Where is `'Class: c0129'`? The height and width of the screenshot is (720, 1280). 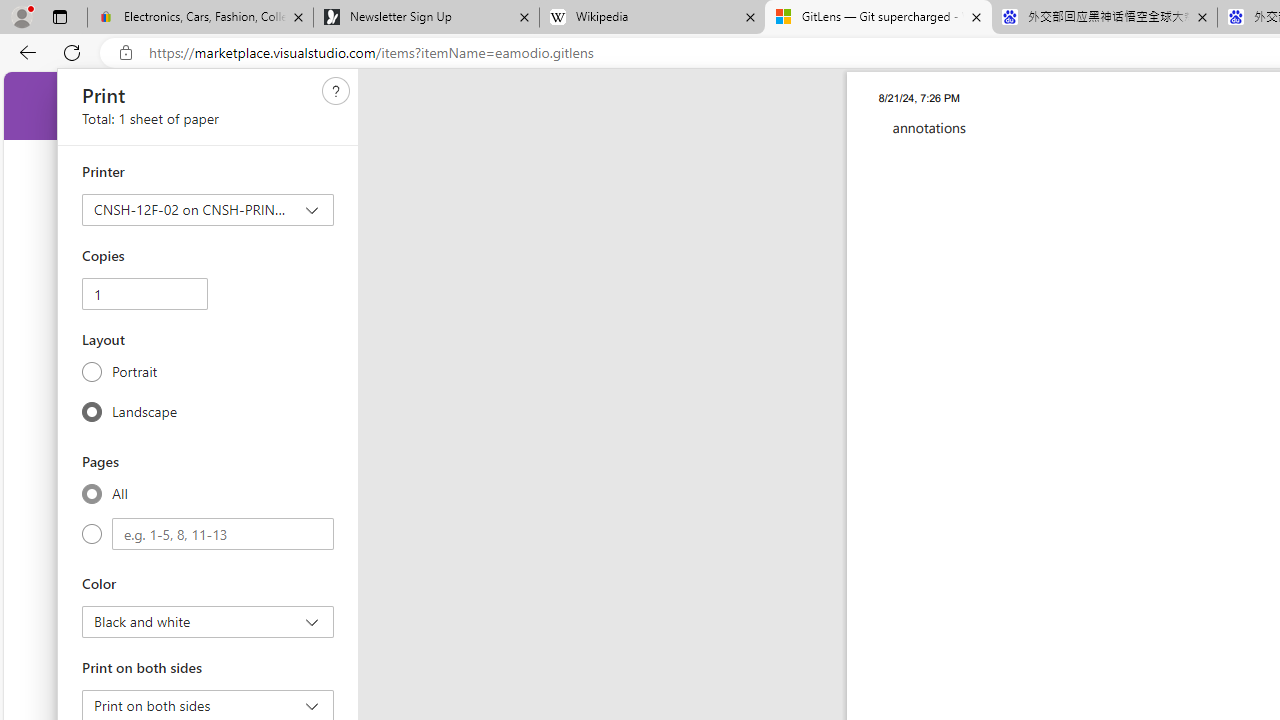
'Class: c0129' is located at coordinates (336, 91).